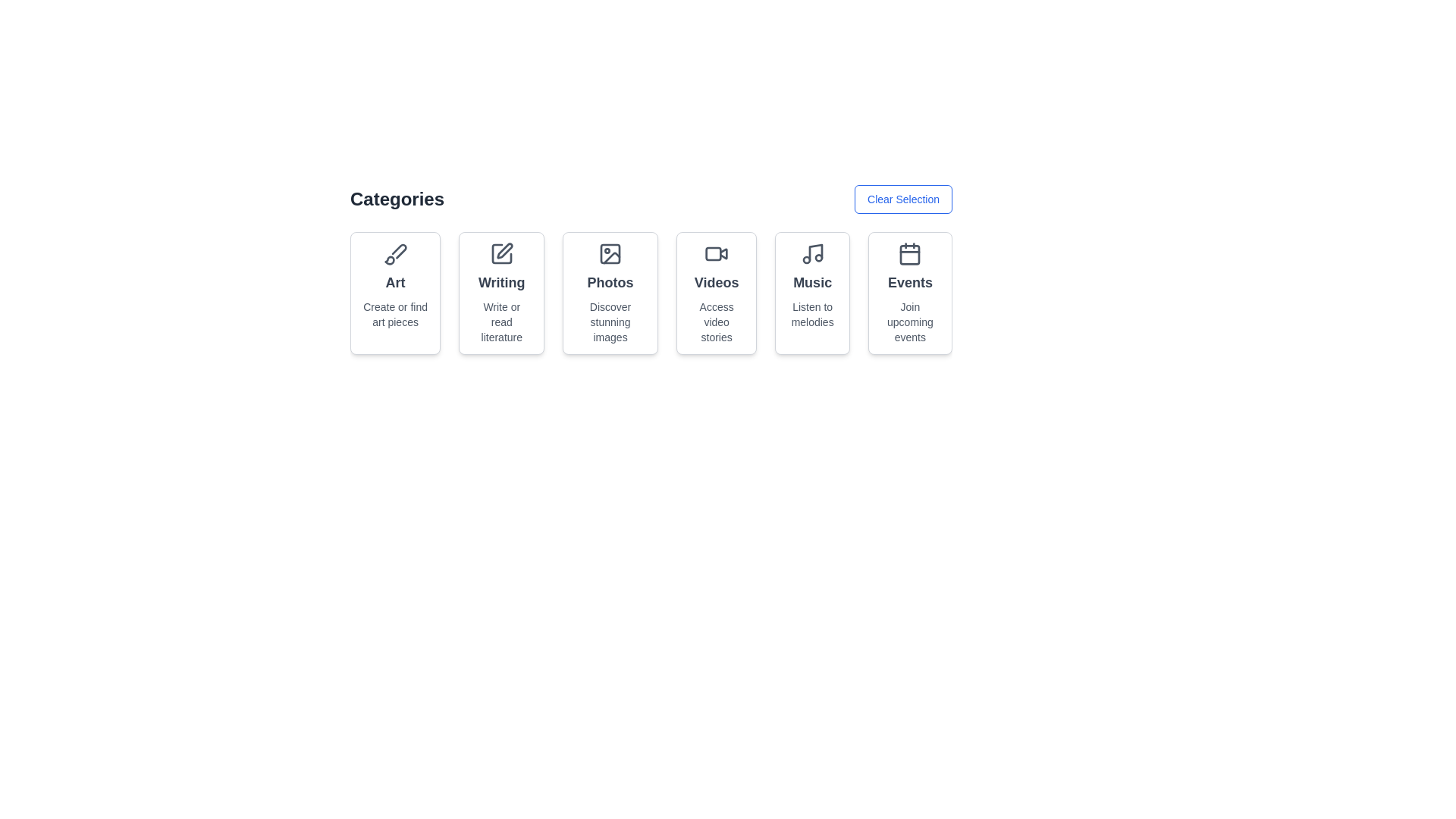  I want to click on the graphical component representing the 'Photos' category within the icon layout, so click(610, 253).